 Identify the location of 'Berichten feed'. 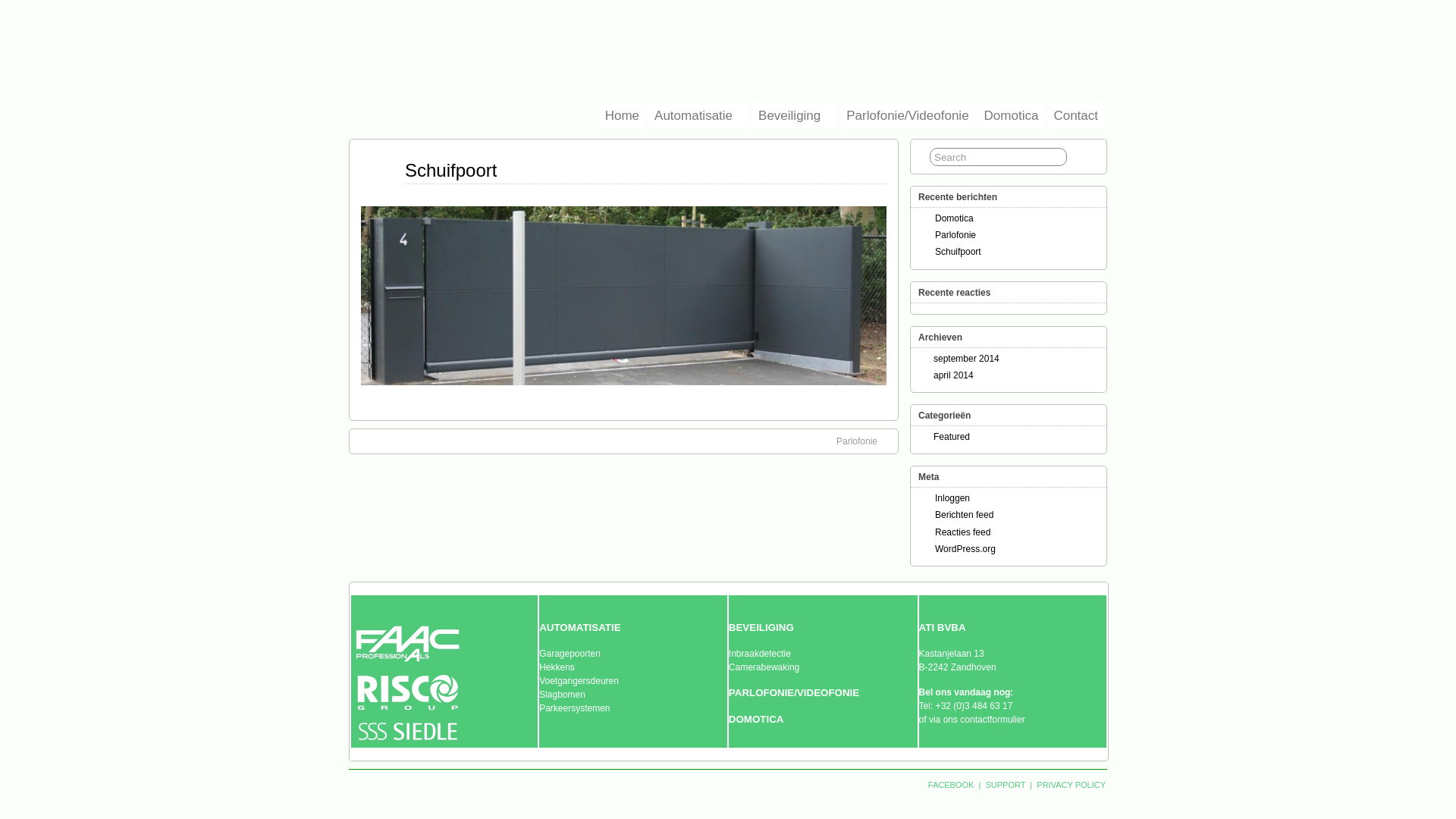
(934, 513).